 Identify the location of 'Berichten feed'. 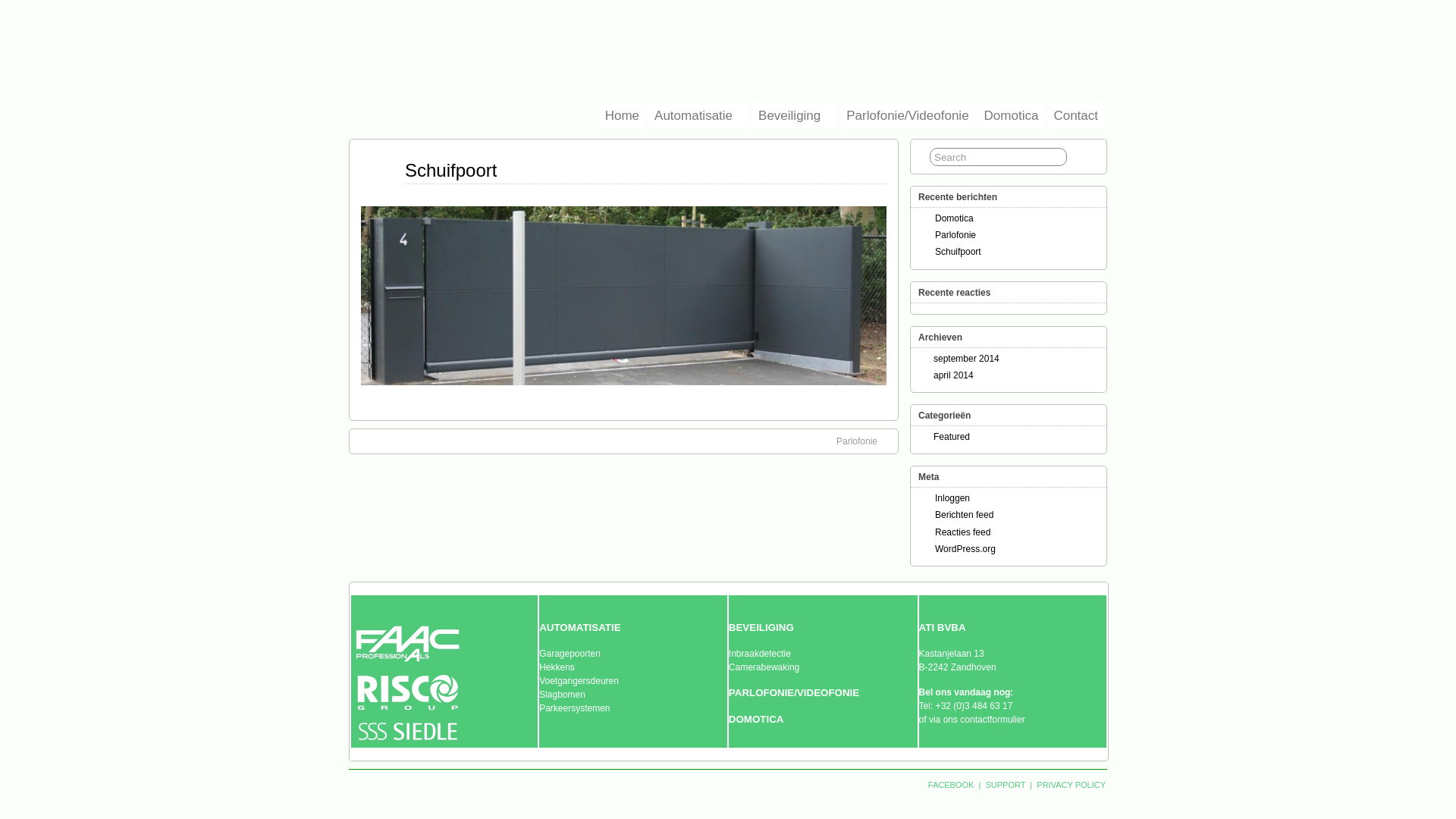
(934, 513).